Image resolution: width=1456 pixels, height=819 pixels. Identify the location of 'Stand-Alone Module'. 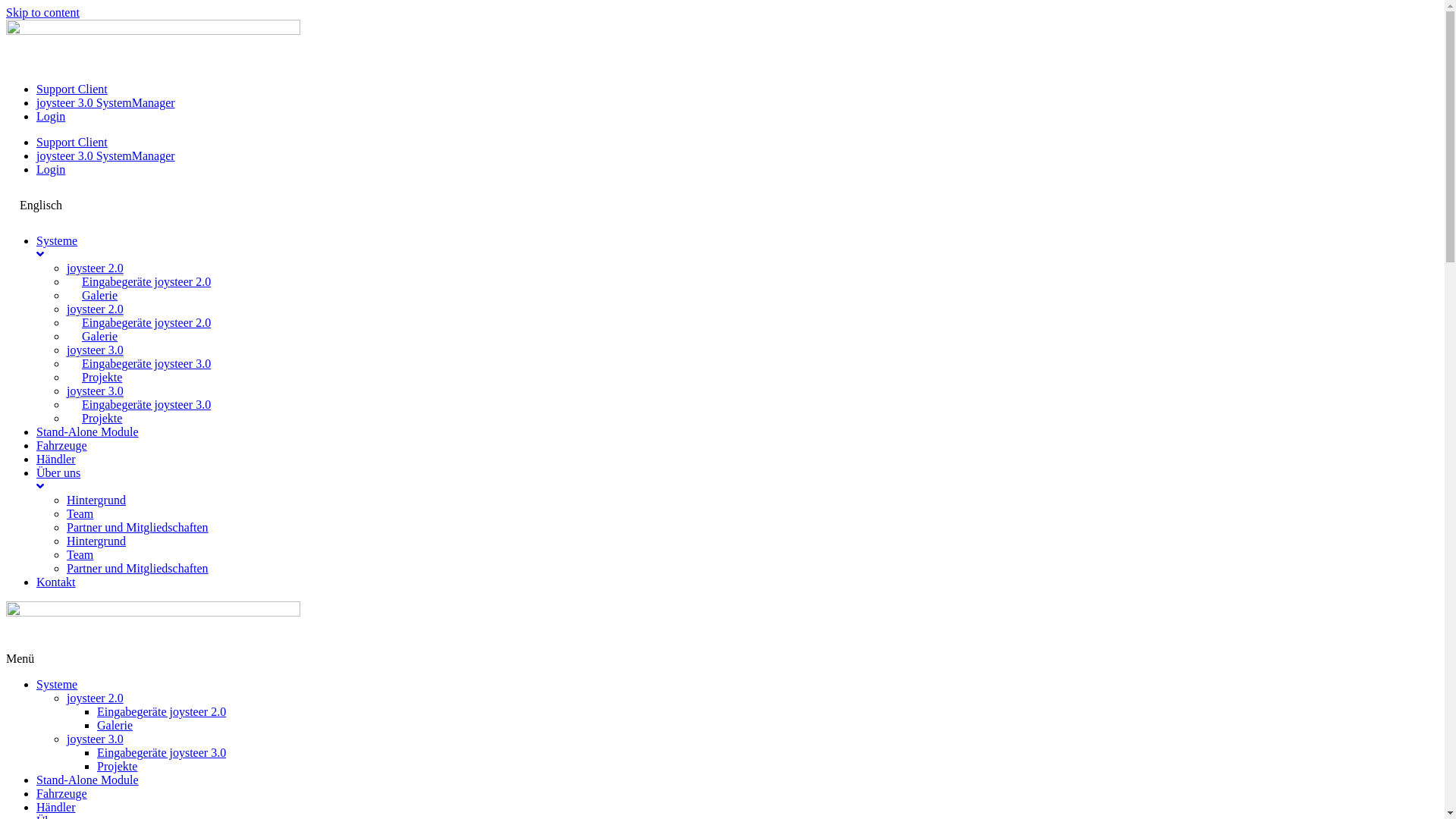
(36, 780).